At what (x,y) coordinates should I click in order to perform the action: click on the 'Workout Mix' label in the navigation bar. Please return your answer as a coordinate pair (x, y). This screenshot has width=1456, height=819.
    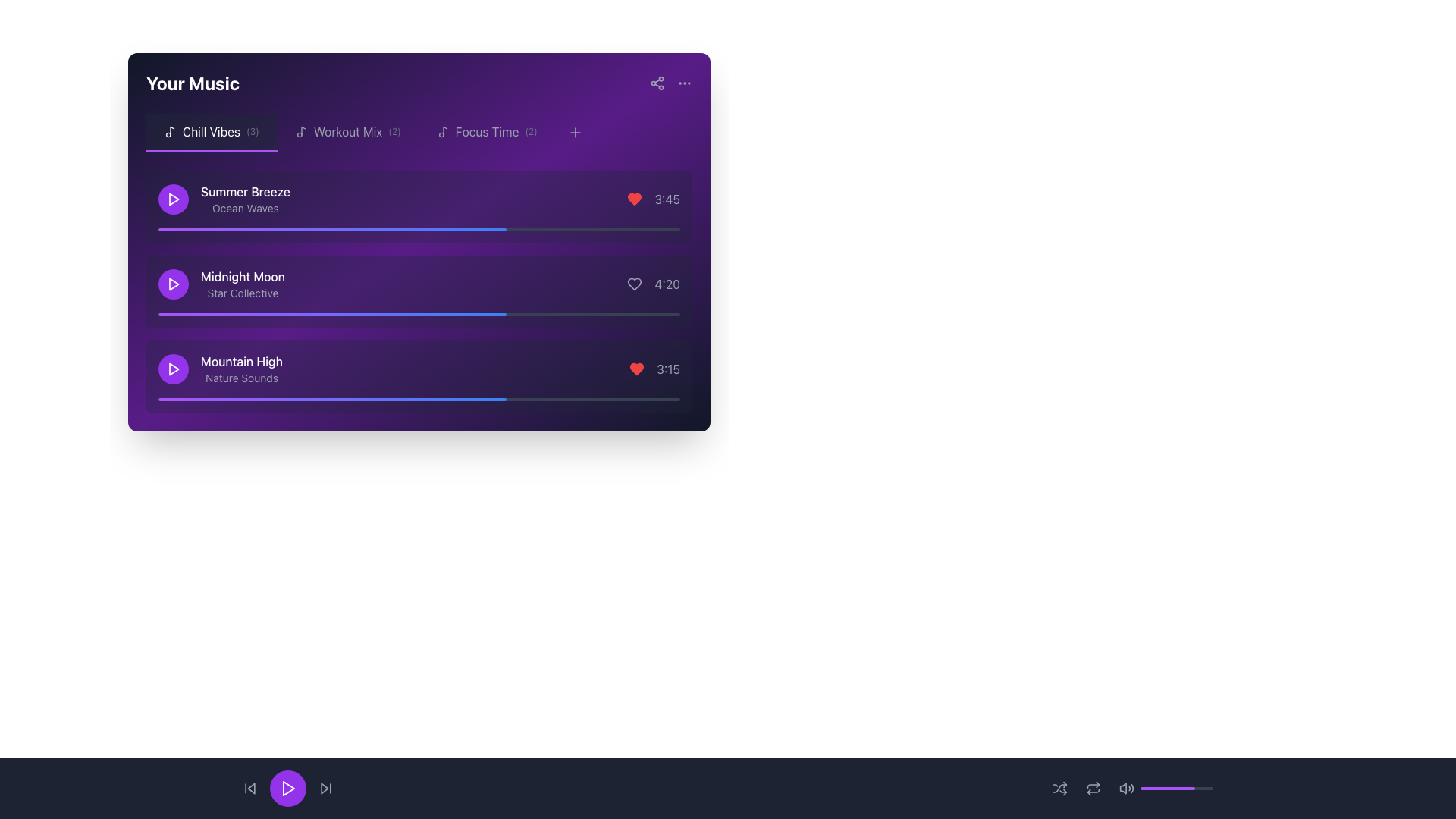
    Looking at the image, I should click on (347, 130).